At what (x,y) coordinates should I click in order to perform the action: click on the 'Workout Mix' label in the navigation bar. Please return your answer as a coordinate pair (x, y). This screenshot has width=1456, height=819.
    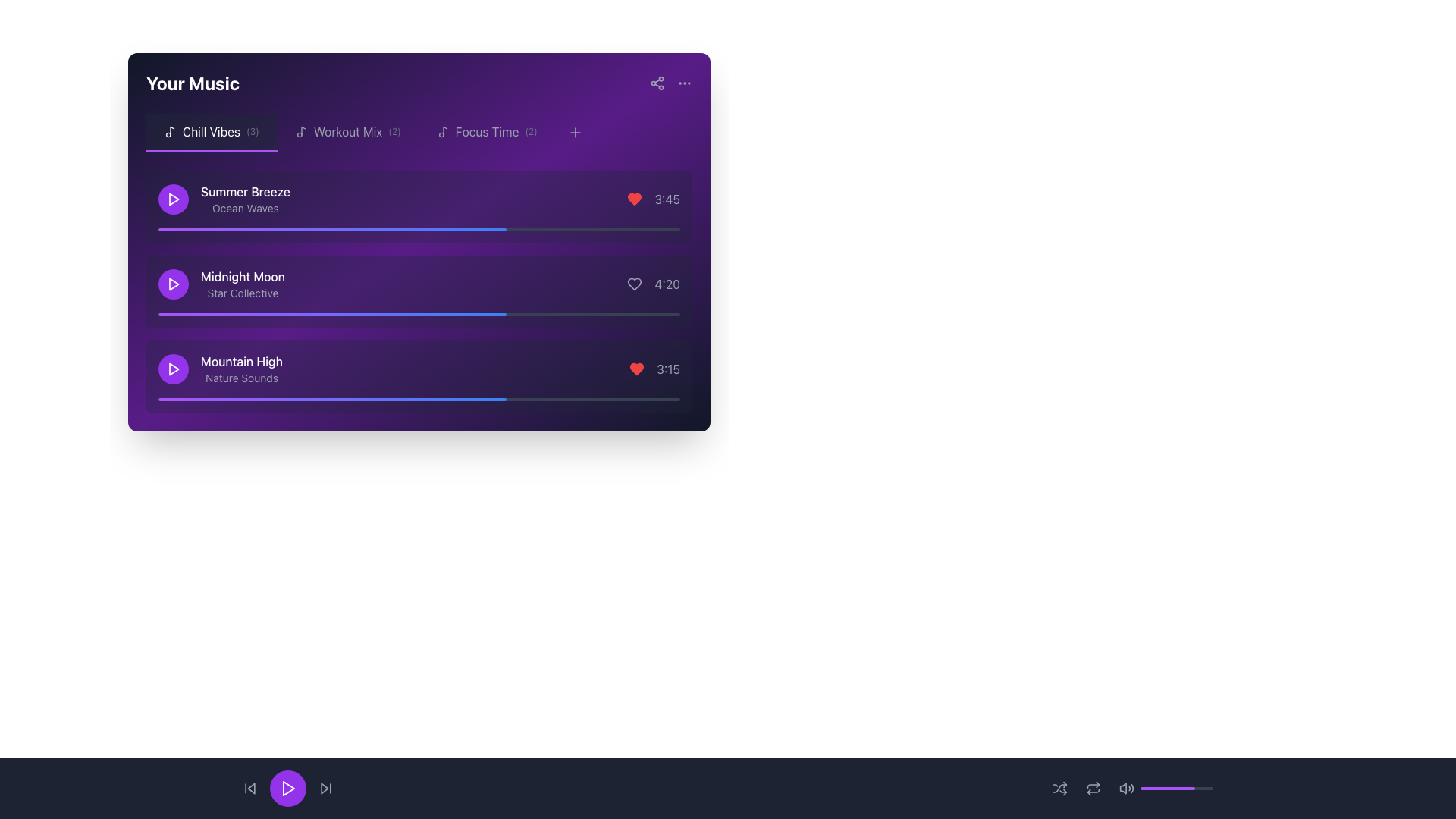
    Looking at the image, I should click on (347, 130).